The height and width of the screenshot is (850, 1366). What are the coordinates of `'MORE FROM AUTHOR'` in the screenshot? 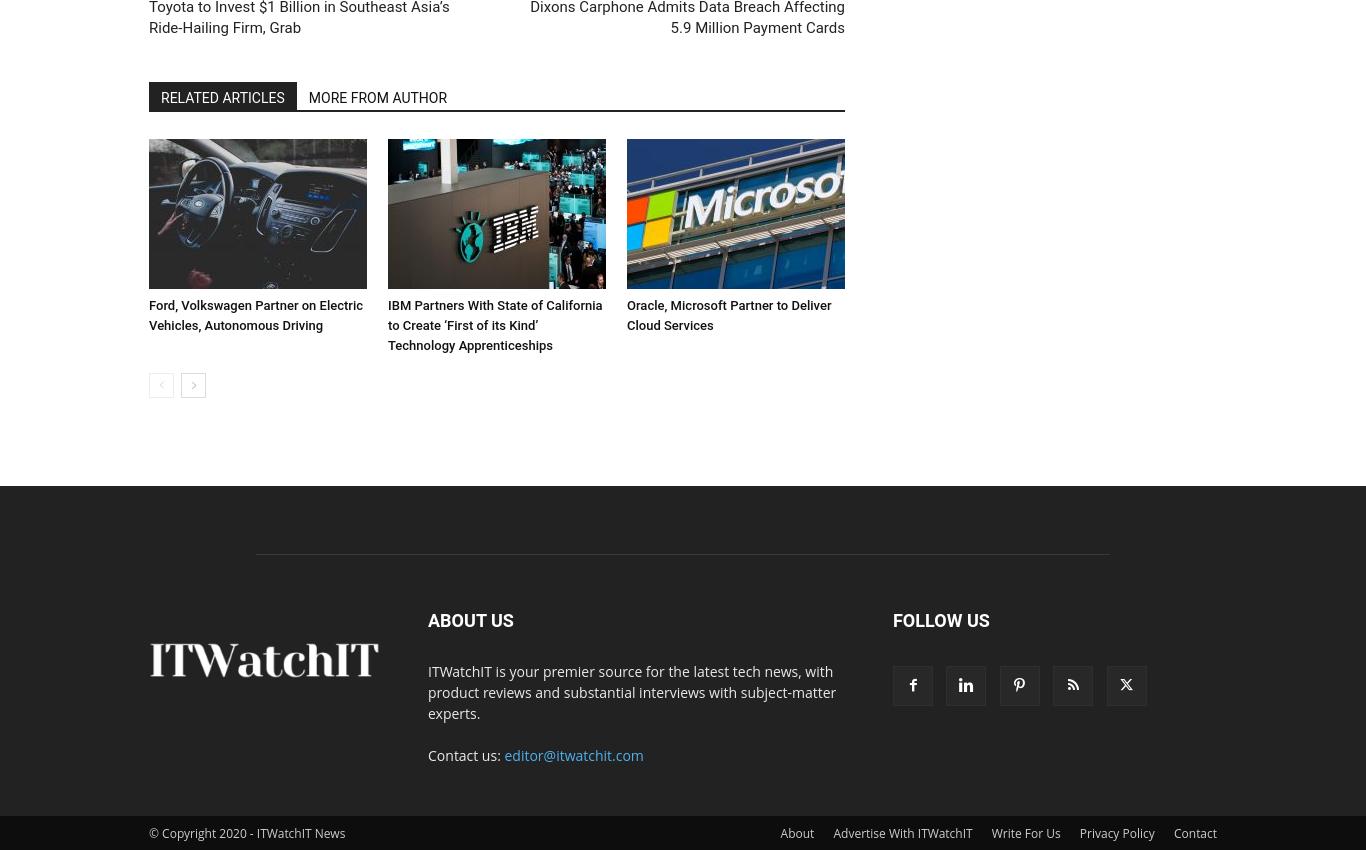 It's located at (376, 95).